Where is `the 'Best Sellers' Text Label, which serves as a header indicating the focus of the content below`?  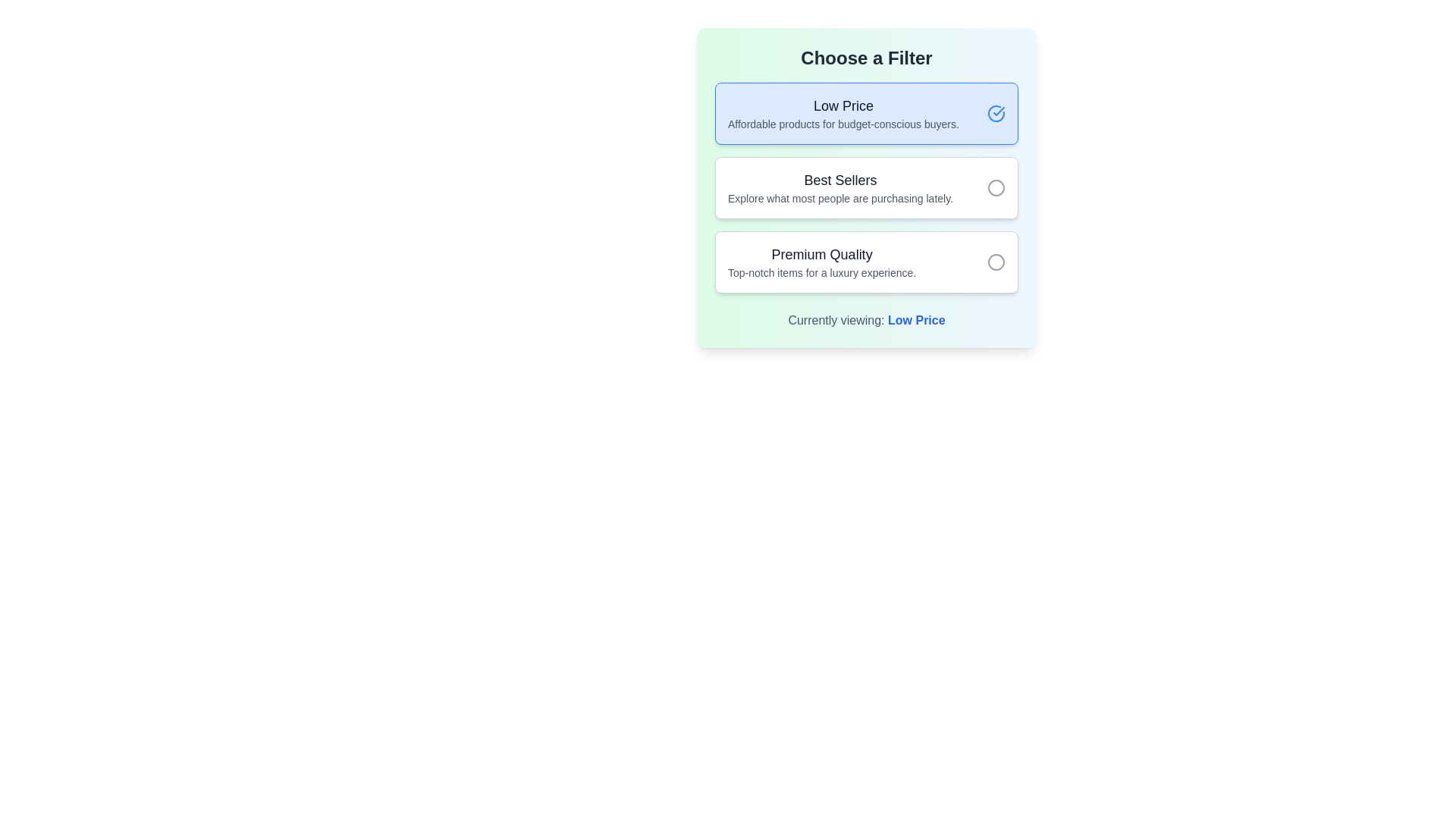
the 'Best Sellers' Text Label, which serves as a header indicating the focus of the content below is located at coordinates (839, 180).